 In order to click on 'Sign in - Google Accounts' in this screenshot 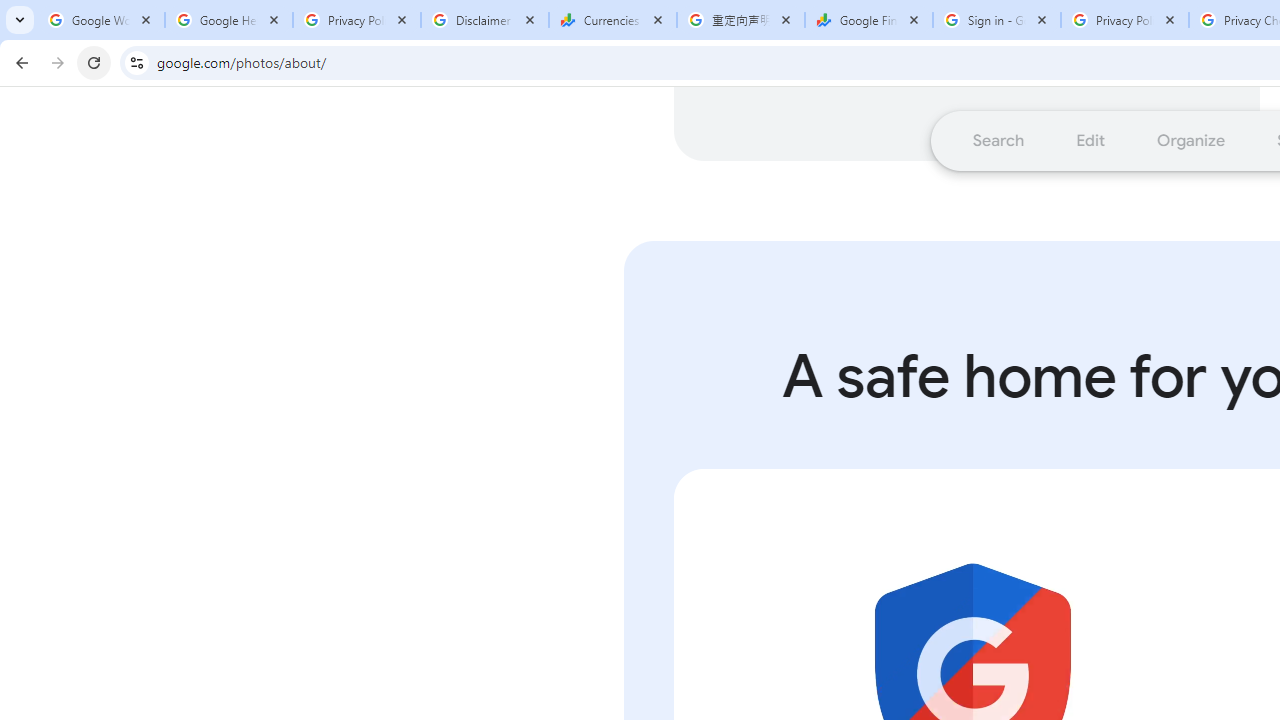, I will do `click(997, 20)`.